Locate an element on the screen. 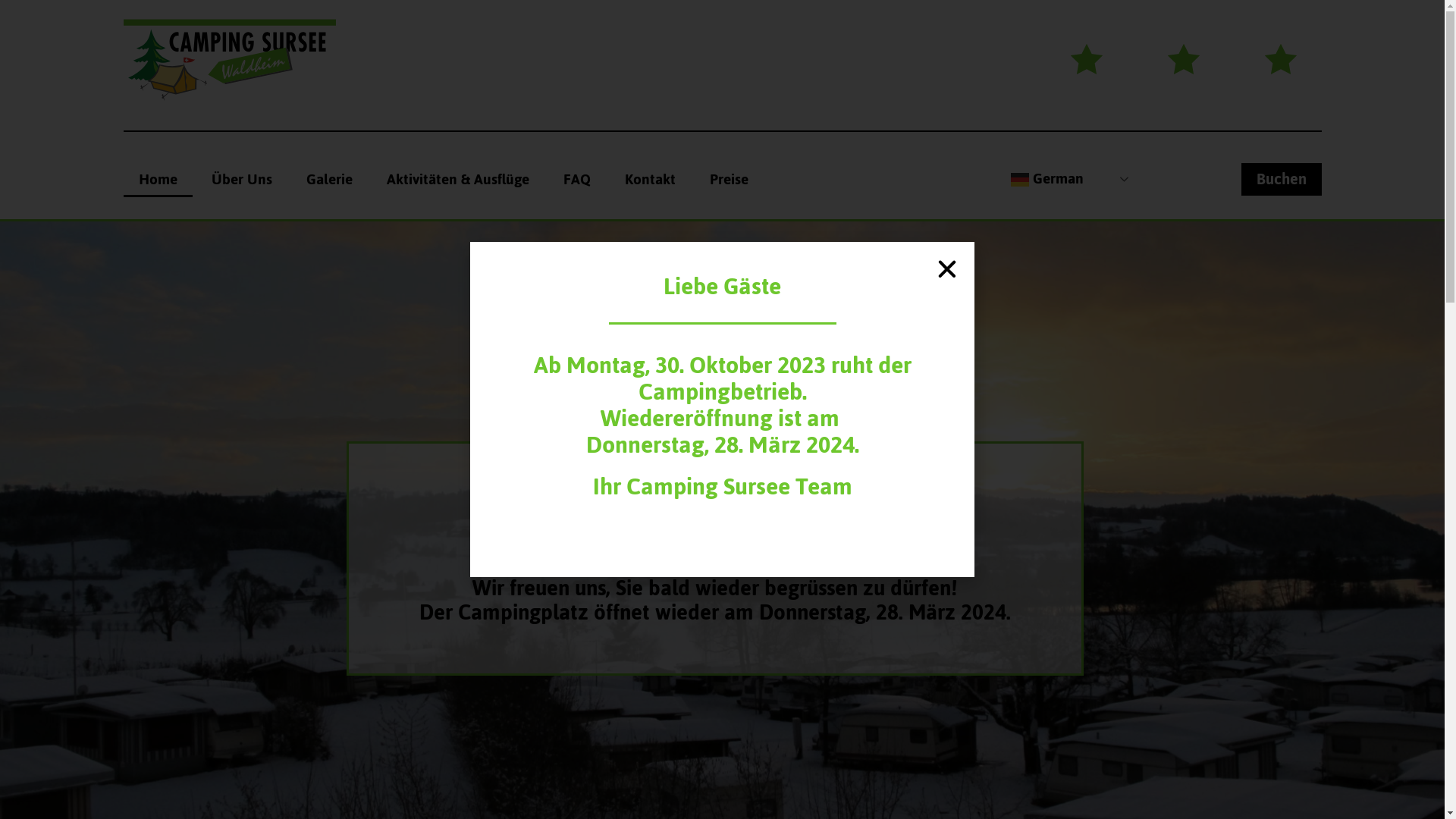  'FAQ' is located at coordinates (575, 178).